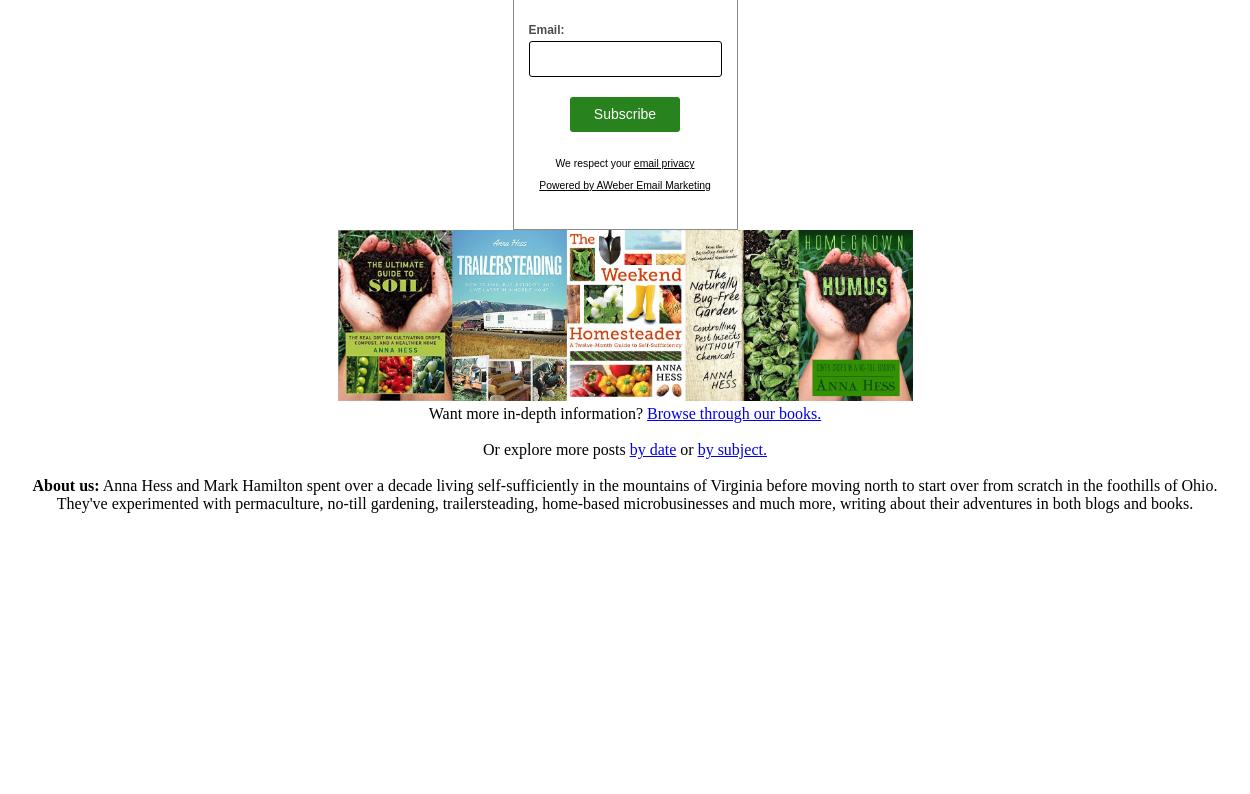  I want to click on 'We respect your', so click(593, 162).